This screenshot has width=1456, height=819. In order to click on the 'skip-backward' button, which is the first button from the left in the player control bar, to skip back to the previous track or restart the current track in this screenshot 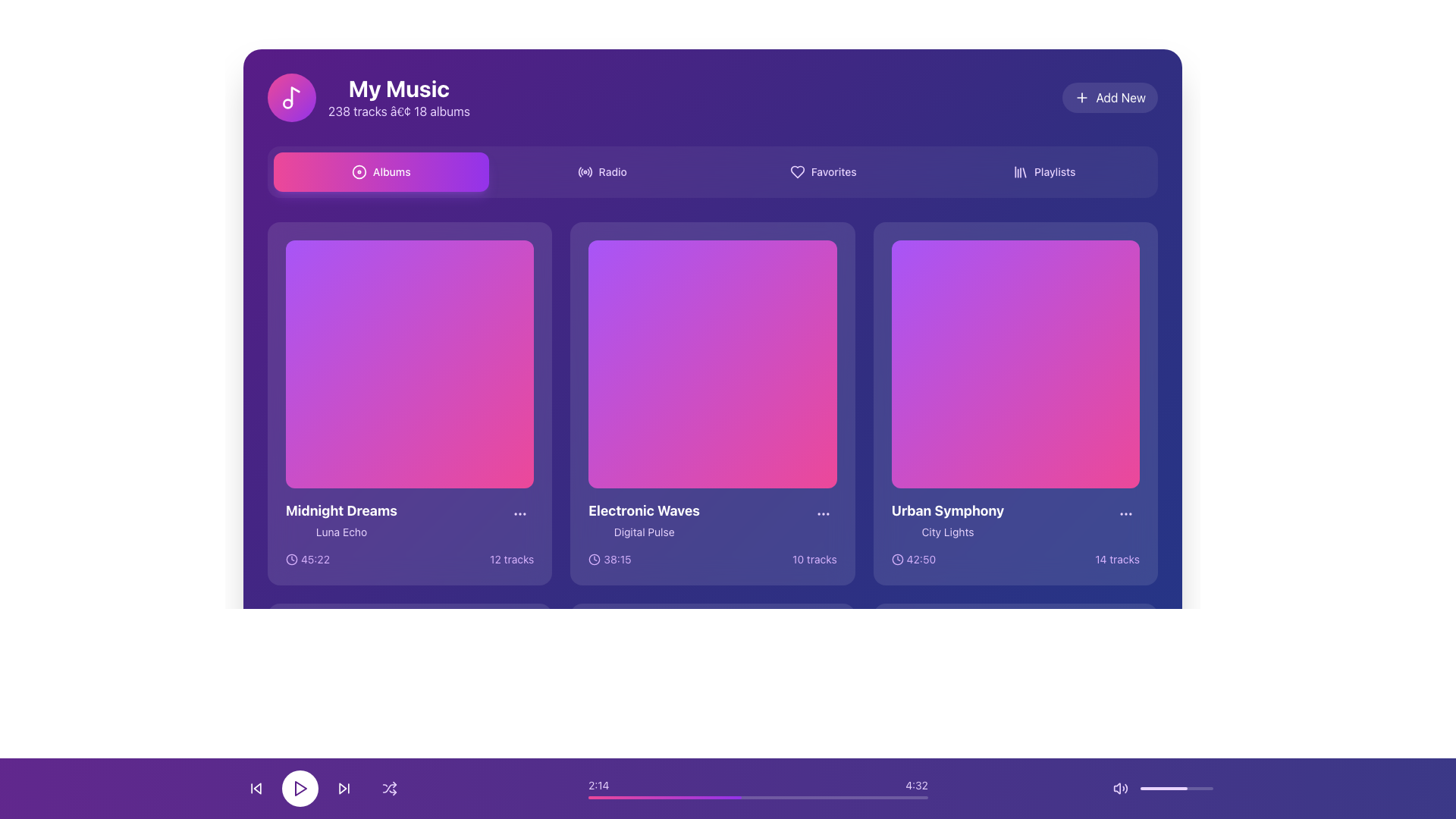, I will do `click(256, 788)`.